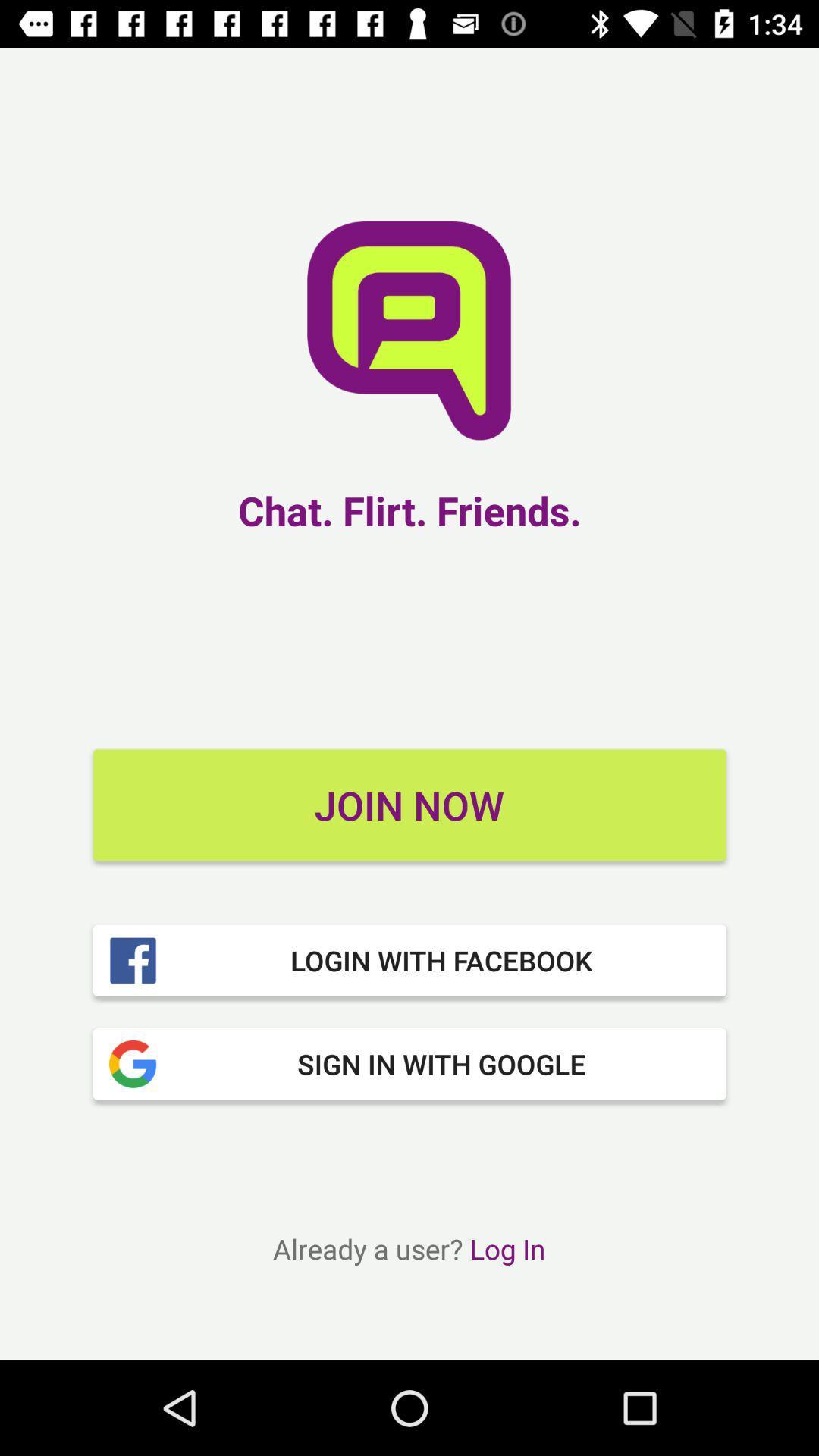 The width and height of the screenshot is (819, 1456). I want to click on item above login with facebook icon, so click(409, 804).